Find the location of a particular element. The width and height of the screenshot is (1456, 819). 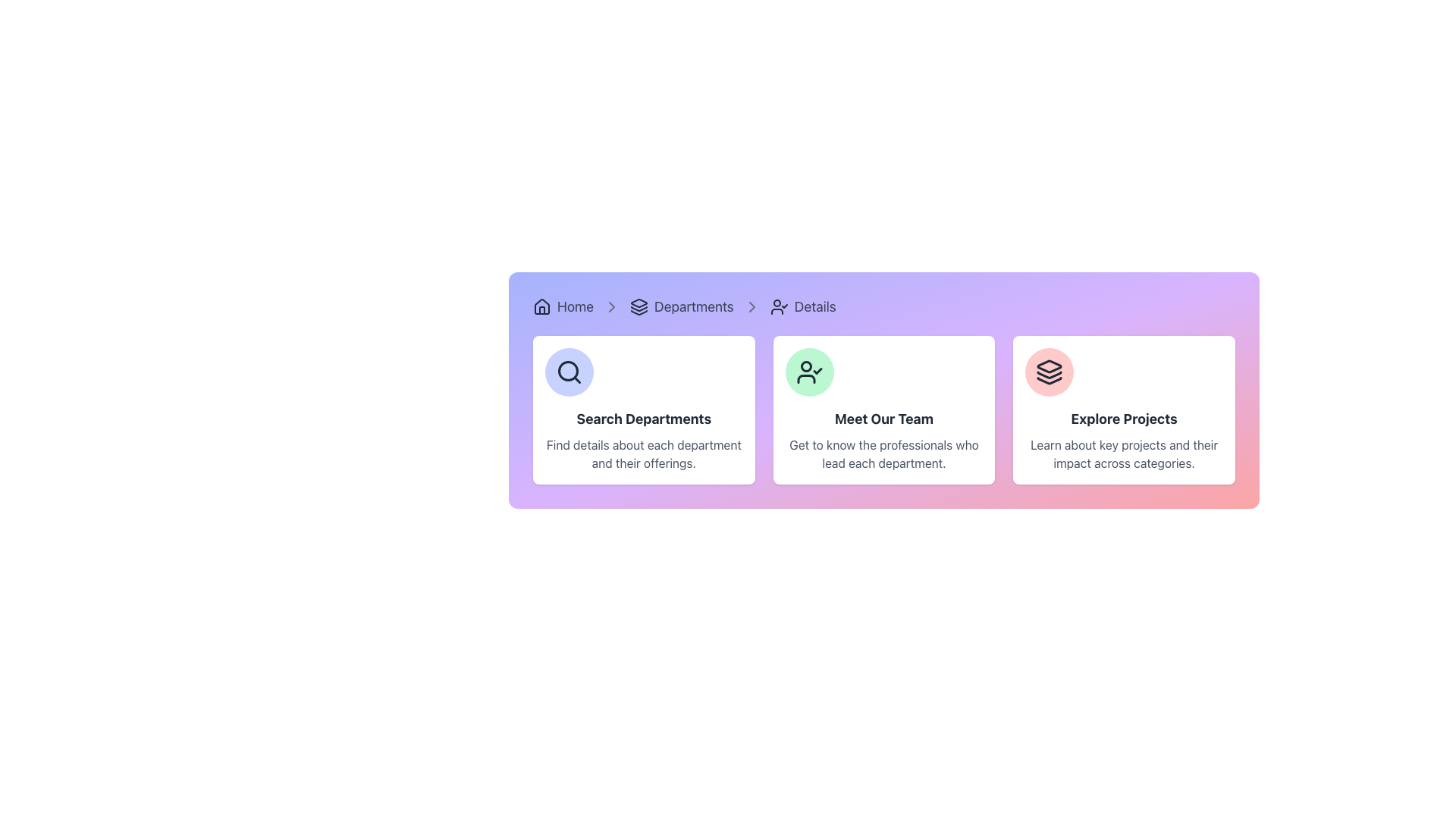

the triangular icon representing the 'Departments' section in the navigation breadcrumb is located at coordinates (639, 303).